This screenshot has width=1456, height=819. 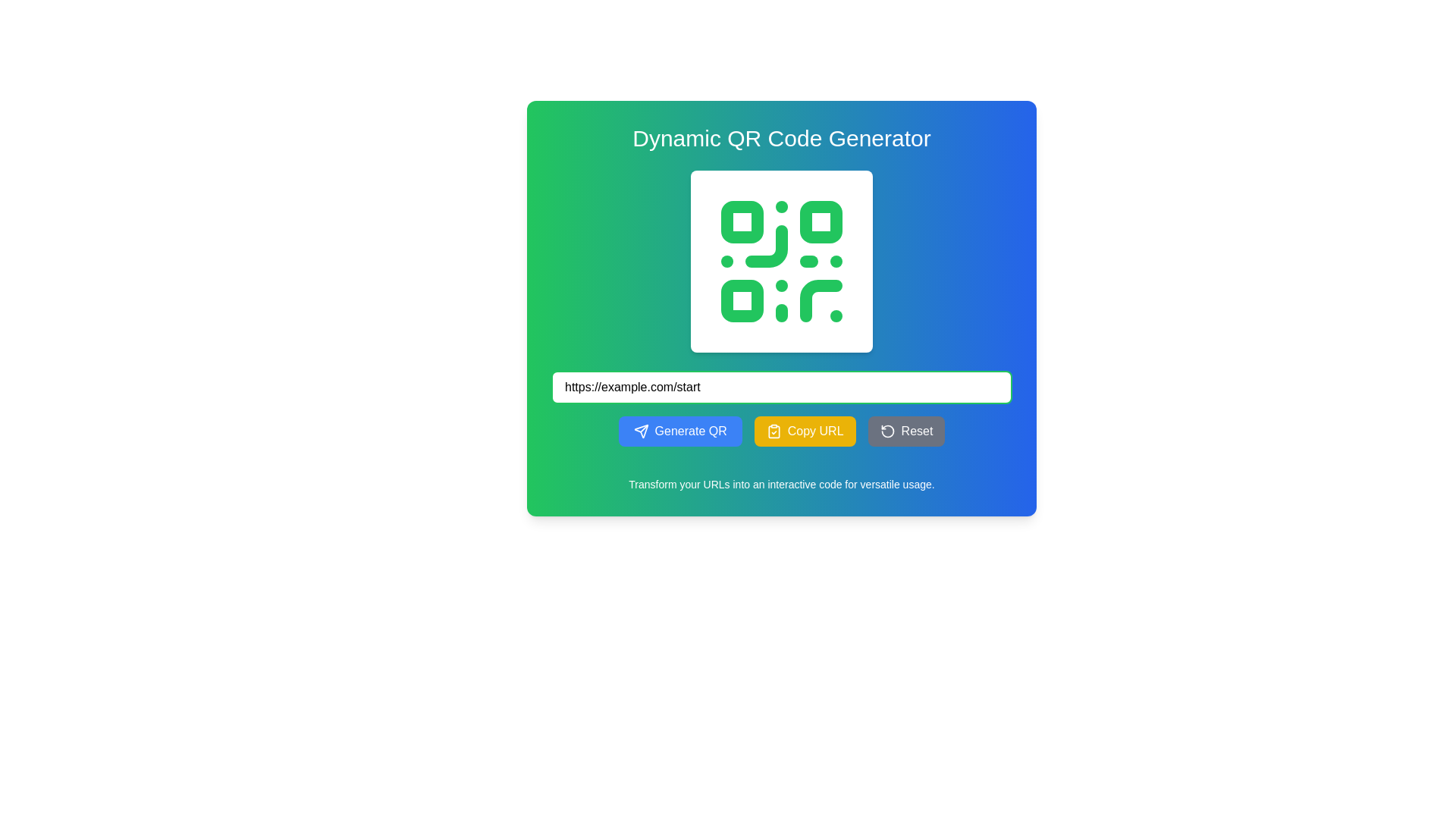 What do you see at coordinates (782, 431) in the screenshot?
I see `the rectangular button with a yellow background and white text 'Copy URL', which is the second button in a horizontal arrangement of three buttons located at the bottom of the interface` at bounding box center [782, 431].